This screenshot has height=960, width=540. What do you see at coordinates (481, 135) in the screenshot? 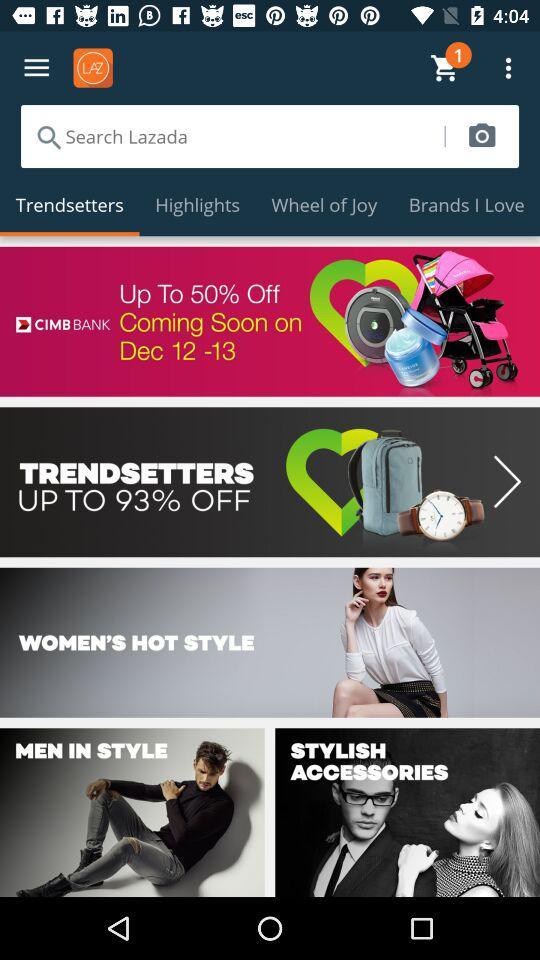
I see `camera` at bounding box center [481, 135].